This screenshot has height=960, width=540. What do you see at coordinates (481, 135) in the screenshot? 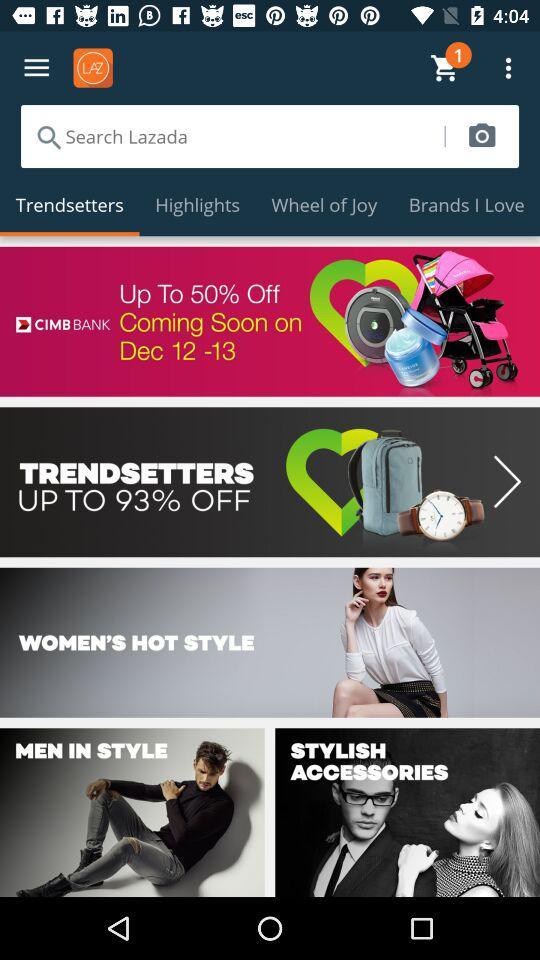
I see `camera` at bounding box center [481, 135].